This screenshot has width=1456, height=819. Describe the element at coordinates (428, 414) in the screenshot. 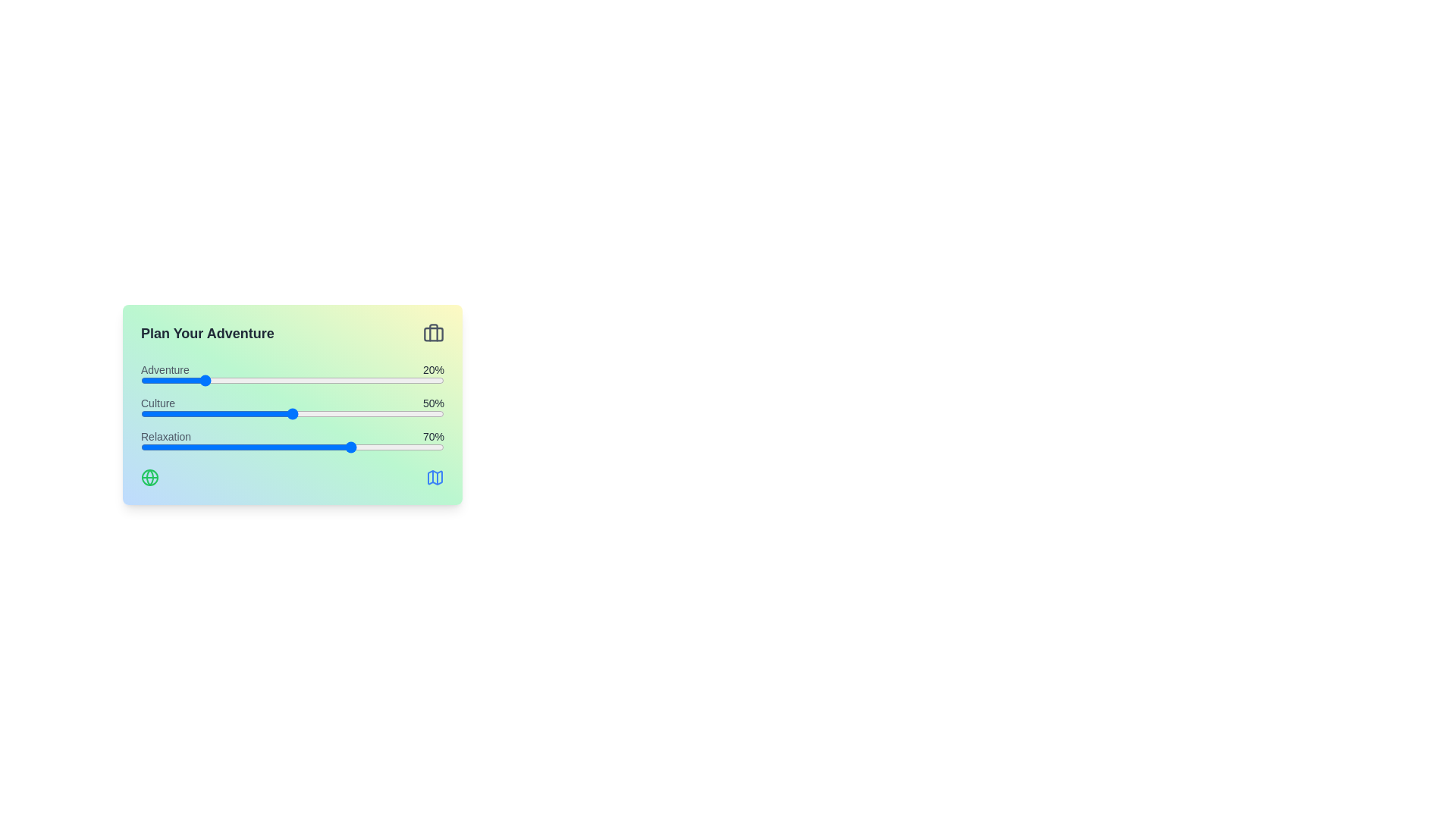

I see `the 'Culture' slider to 95%` at that location.